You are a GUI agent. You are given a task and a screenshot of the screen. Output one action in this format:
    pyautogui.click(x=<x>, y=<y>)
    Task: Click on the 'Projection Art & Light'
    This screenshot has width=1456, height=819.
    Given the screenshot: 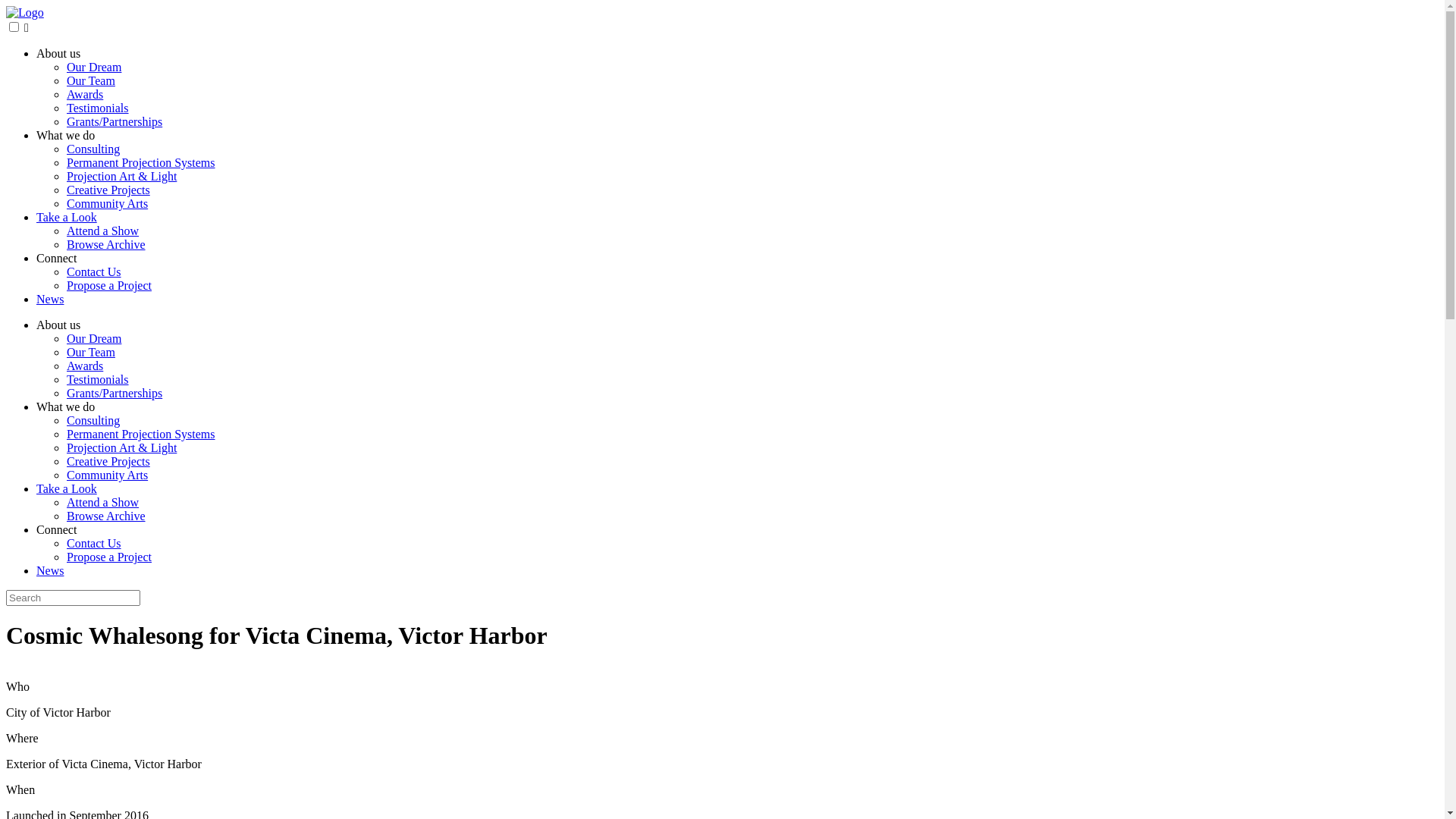 What is the action you would take?
    pyautogui.click(x=65, y=175)
    